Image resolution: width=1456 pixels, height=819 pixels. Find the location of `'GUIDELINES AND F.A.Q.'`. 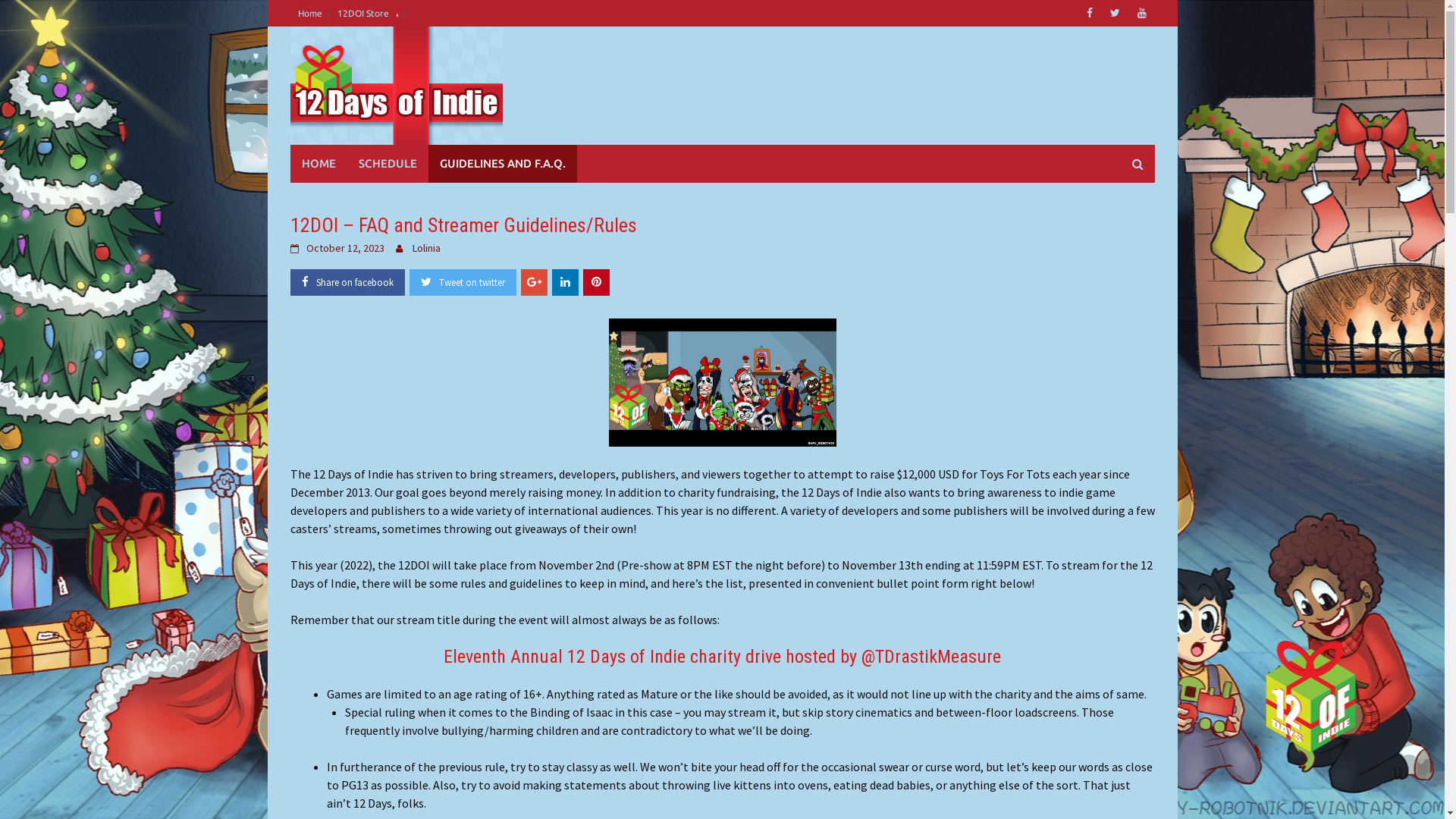

'GUIDELINES AND F.A.Q.' is located at coordinates (427, 164).